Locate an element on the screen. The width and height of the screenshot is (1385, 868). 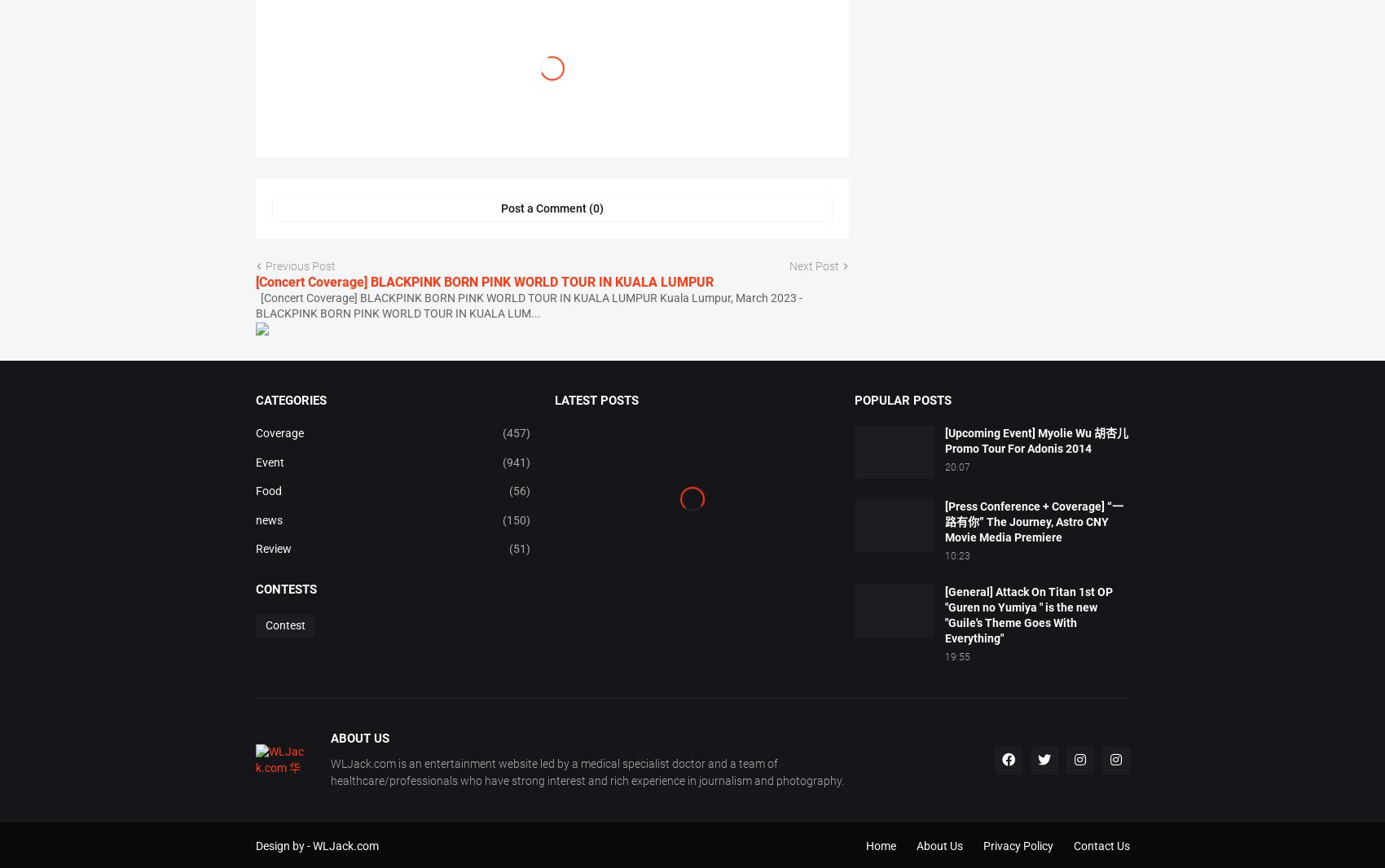
'Latest Posts' is located at coordinates (555, 456).